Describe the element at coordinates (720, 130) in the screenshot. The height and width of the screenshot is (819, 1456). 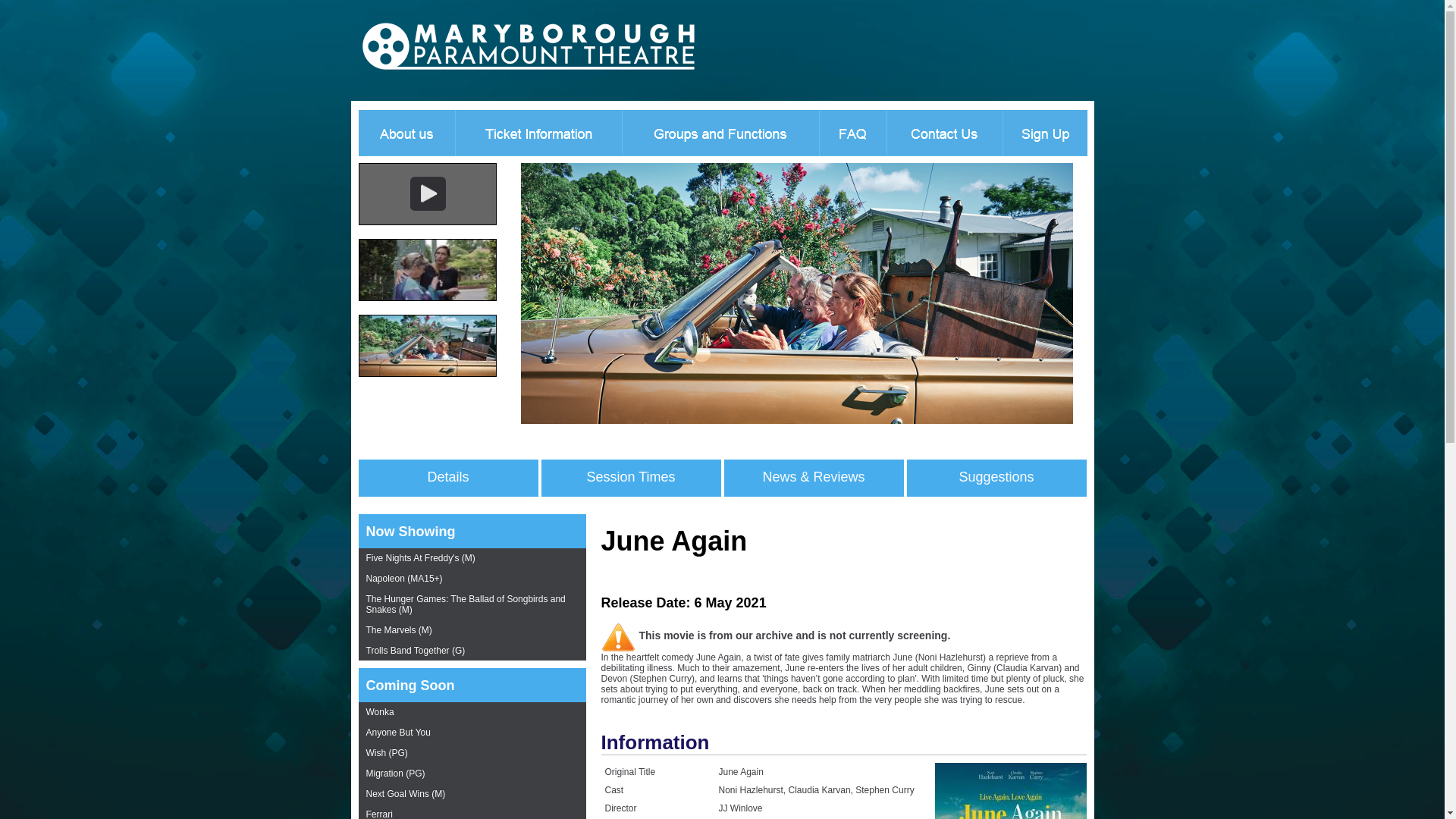
I see `'Groups anfd Functions'` at that location.